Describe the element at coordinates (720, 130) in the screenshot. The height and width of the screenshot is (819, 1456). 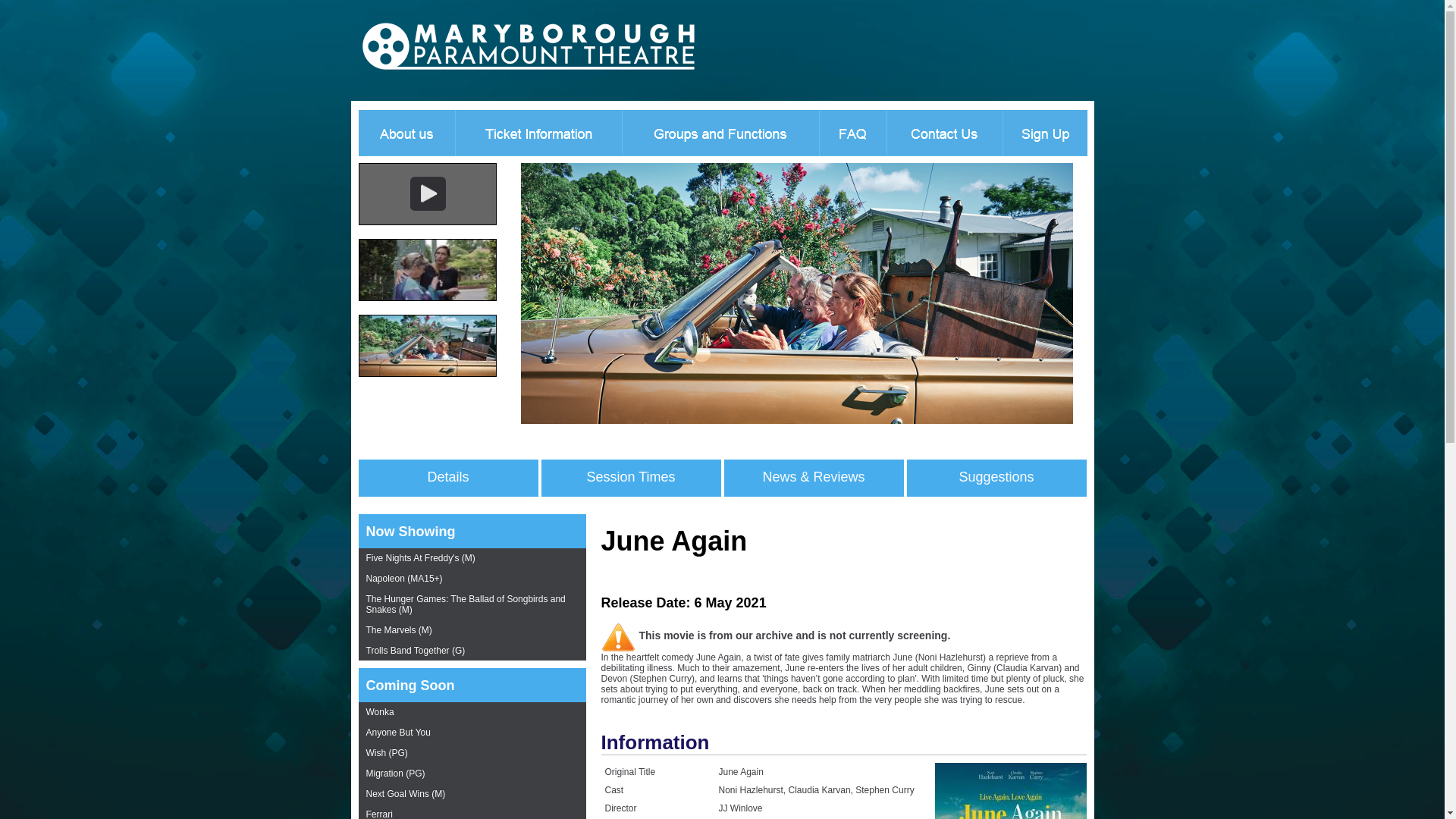
I see `'Groups anfd Functions'` at that location.